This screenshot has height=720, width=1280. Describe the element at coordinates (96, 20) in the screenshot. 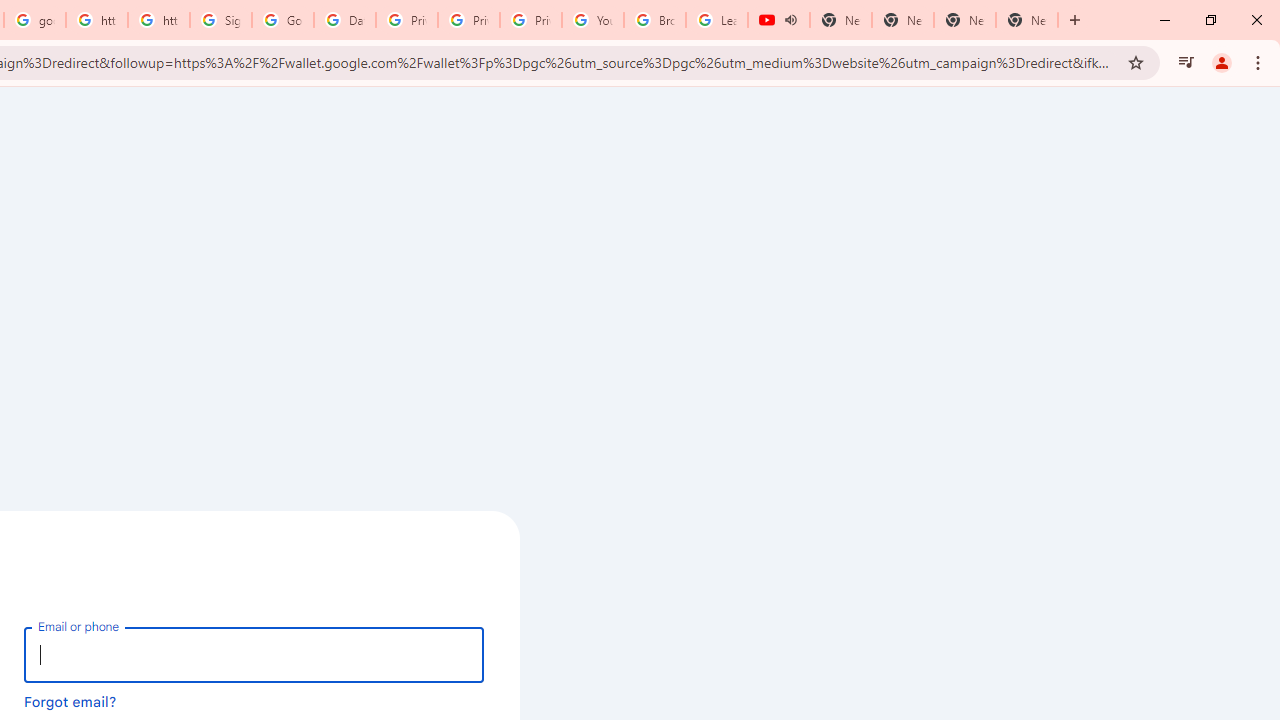

I see `'https://scholar.google.com/'` at that location.